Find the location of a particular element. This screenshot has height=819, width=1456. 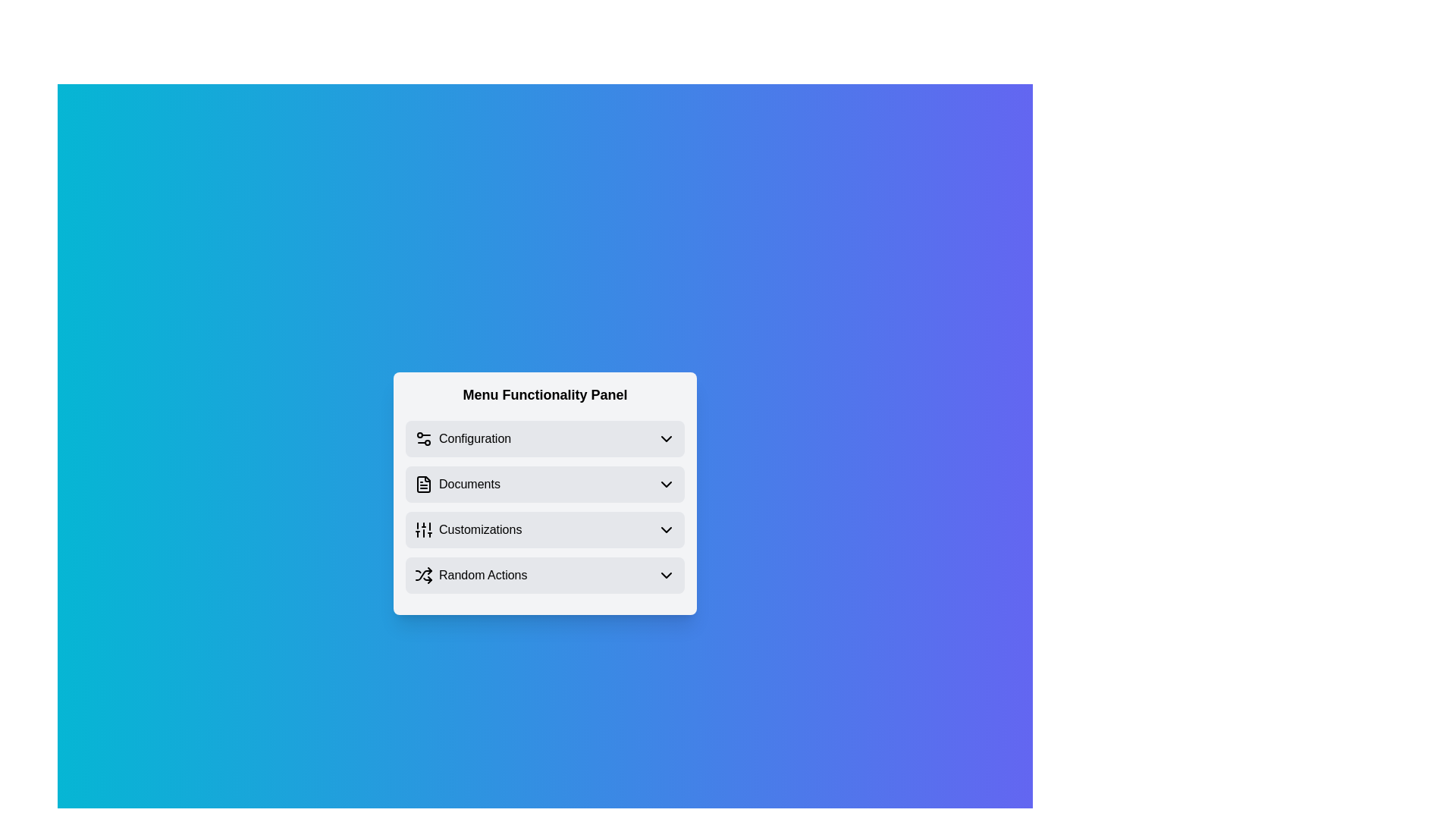

the menu item Configuration to observe its hover effect is located at coordinates (545, 438).